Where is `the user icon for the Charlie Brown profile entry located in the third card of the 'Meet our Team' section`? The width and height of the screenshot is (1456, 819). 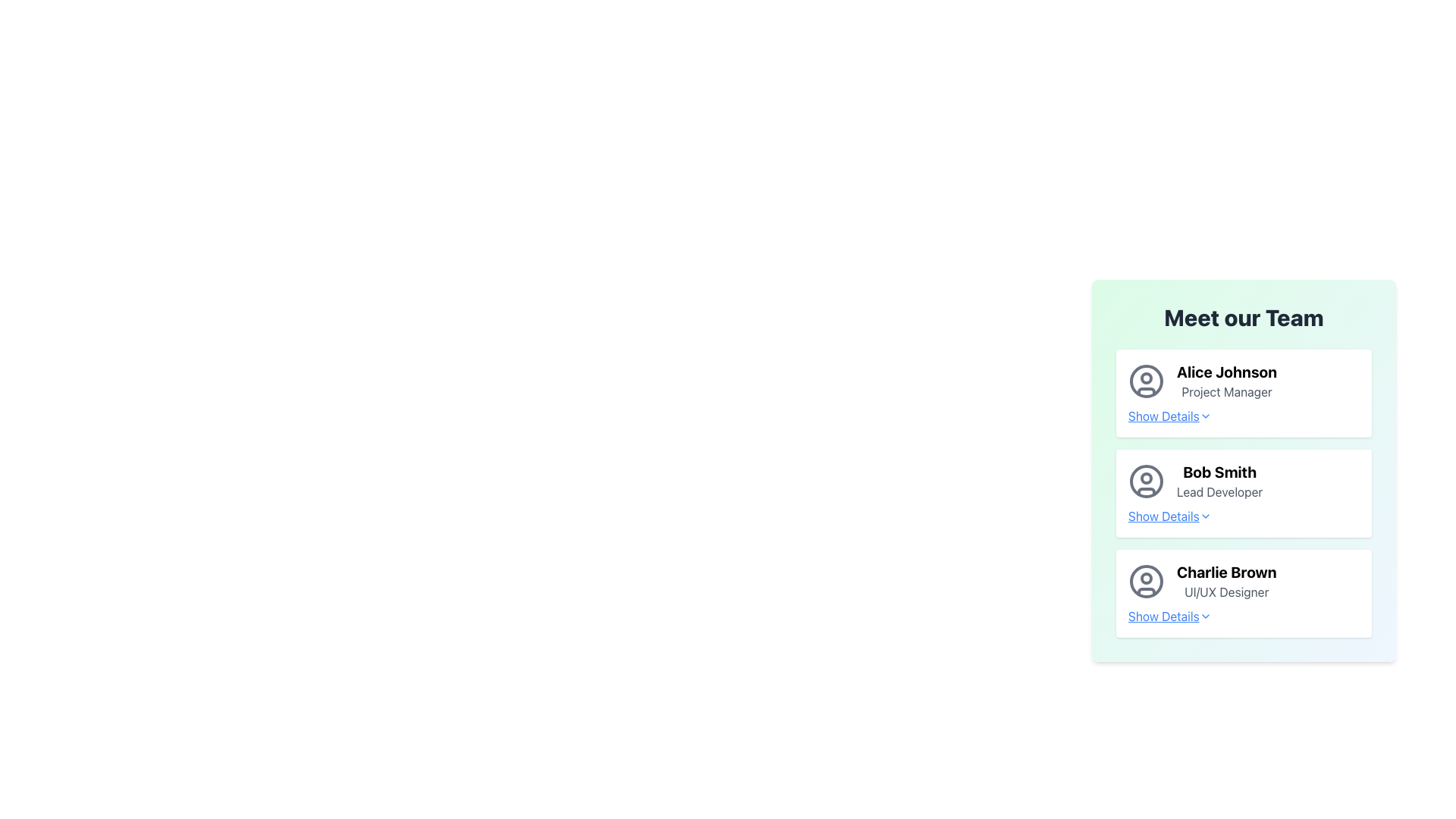 the user icon for the Charlie Brown profile entry located in the third card of the 'Meet our Team' section is located at coordinates (1147, 581).